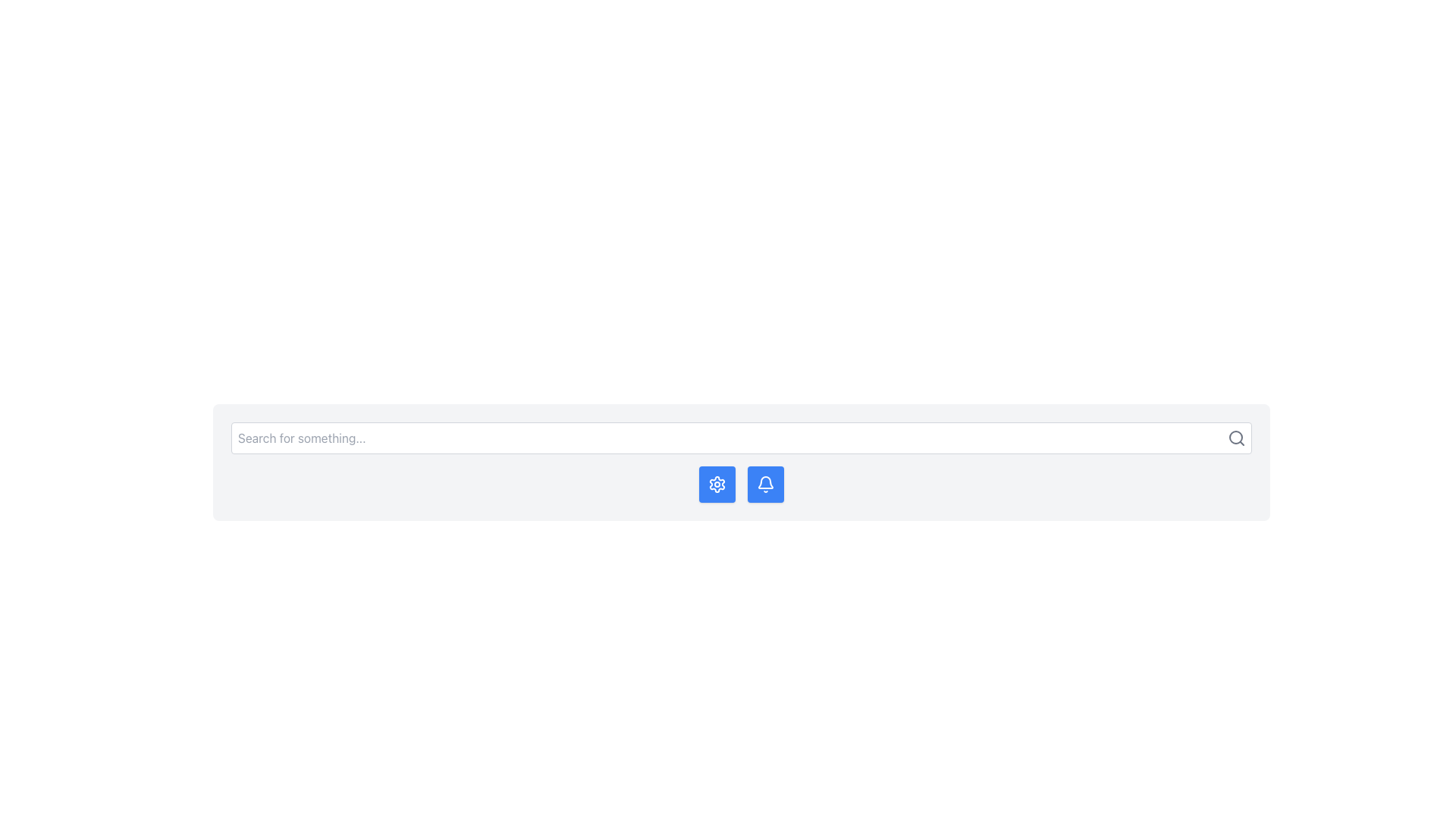  What do you see at coordinates (1237, 438) in the screenshot?
I see `the magnifying glass icon on the right side of the search bar` at bounding box center [1237, 438].